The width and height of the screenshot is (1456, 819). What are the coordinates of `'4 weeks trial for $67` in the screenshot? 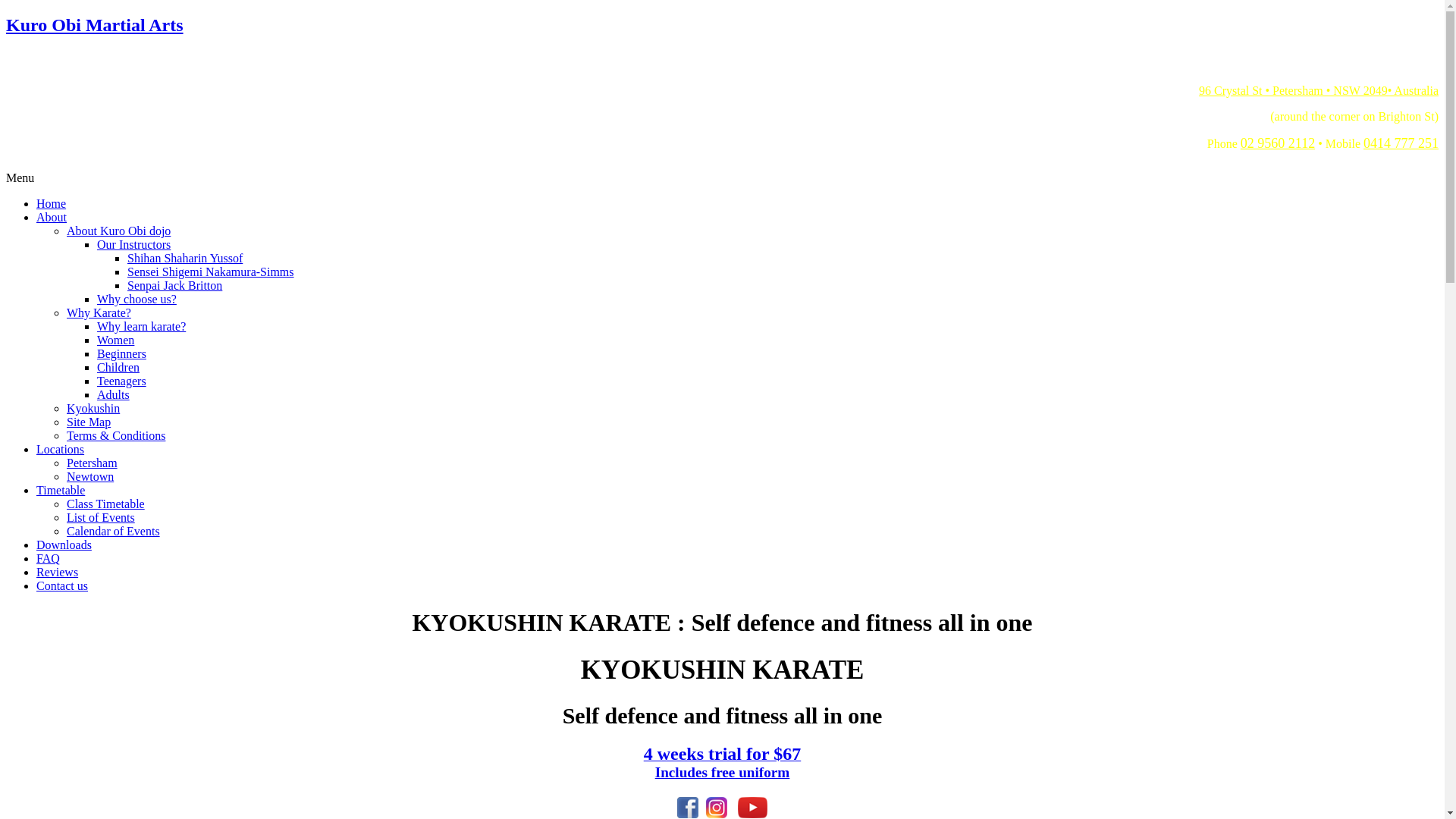 It's located at (722, 764).